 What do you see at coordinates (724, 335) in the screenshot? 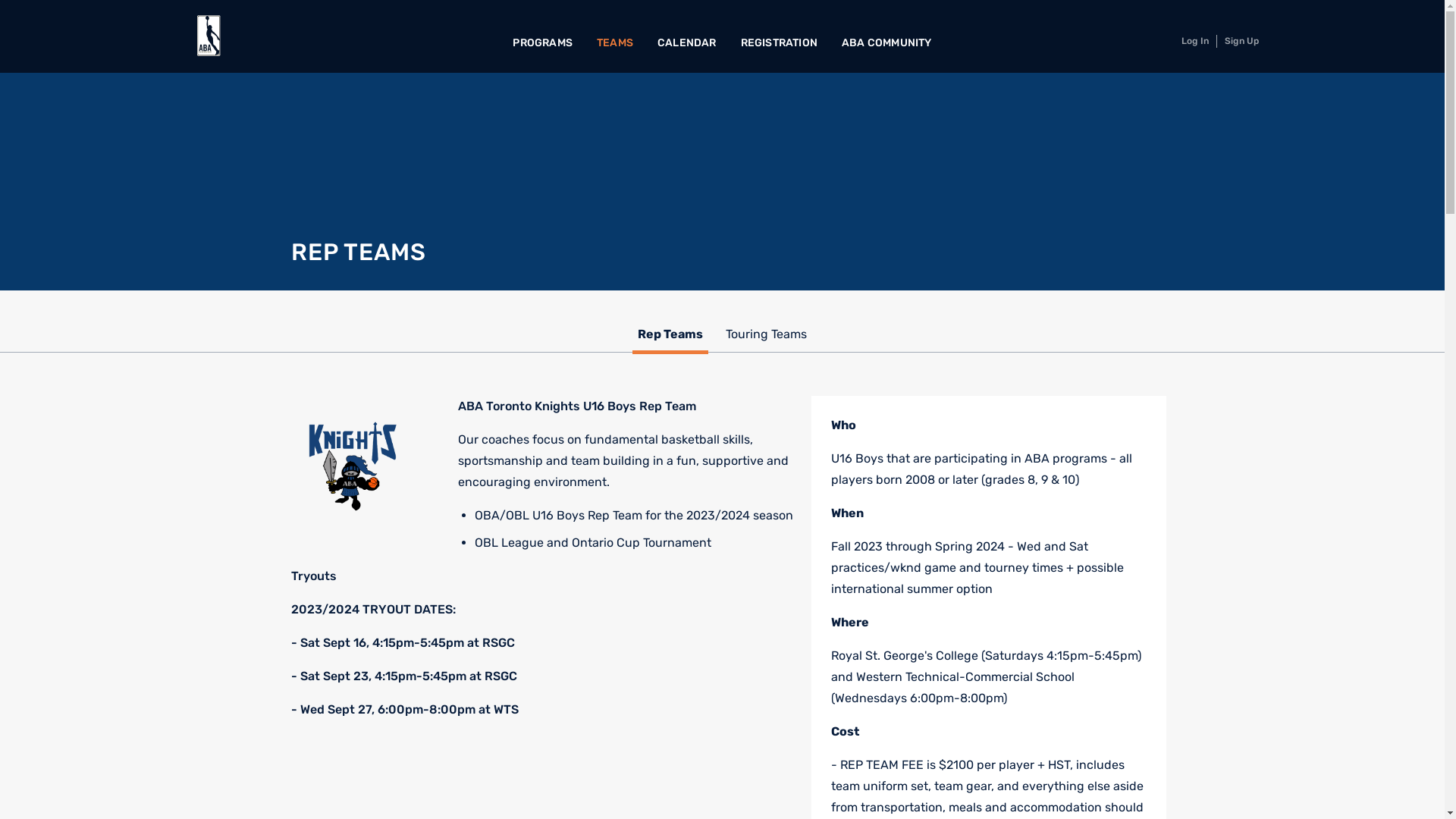
I see `'Touring Teams'` at bounding box center [724, 335].